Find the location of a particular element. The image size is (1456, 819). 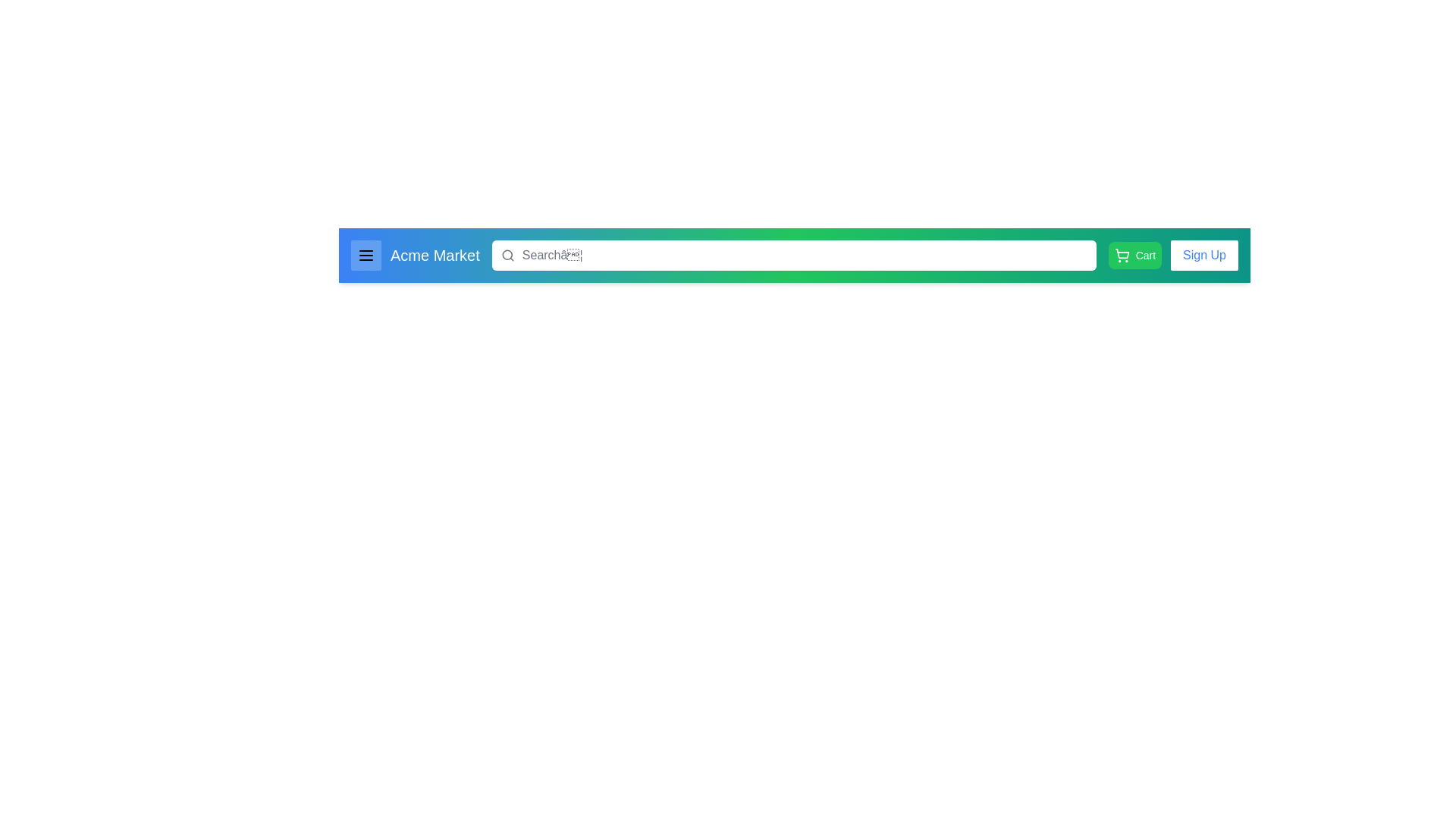

the cart button to view the cart contents is located at coordinates (1134, 254).